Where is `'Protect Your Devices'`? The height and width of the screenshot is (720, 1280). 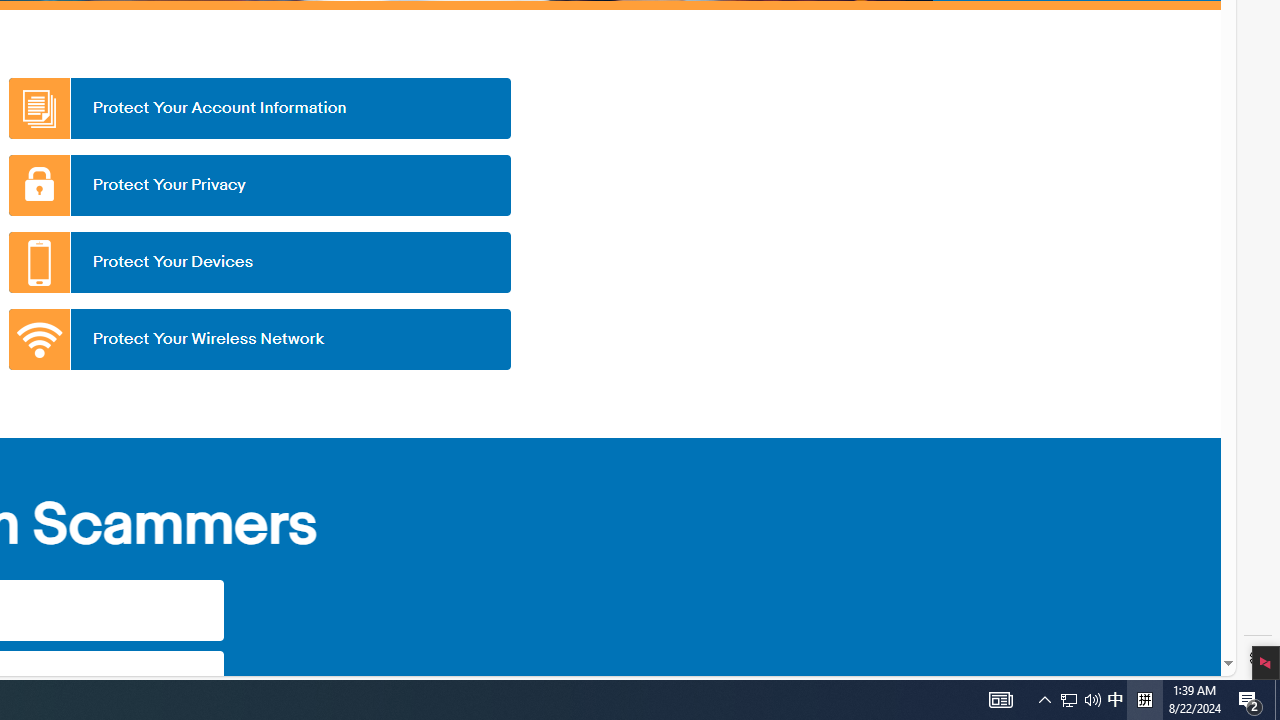 'Protect Your Devices' is located at coordinates (258, 261).